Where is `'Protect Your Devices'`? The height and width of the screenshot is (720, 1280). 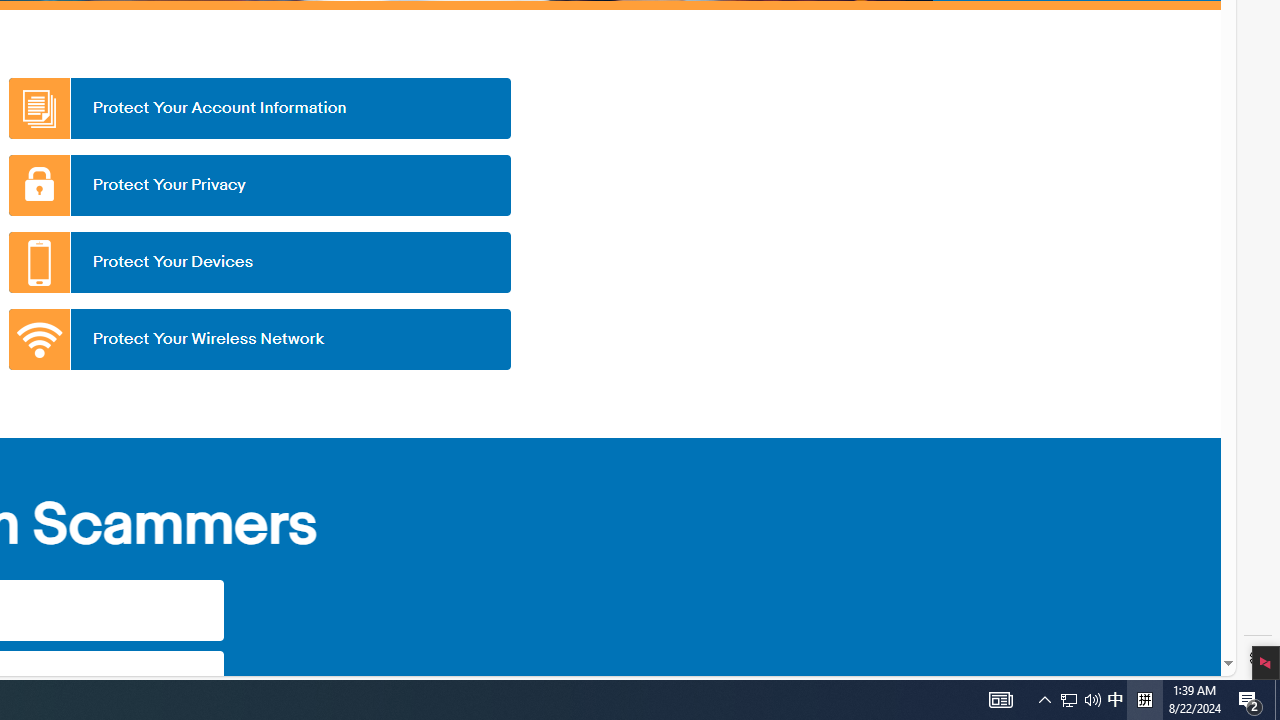 'Protect Your Devices' is located at coordinates (258, 261).